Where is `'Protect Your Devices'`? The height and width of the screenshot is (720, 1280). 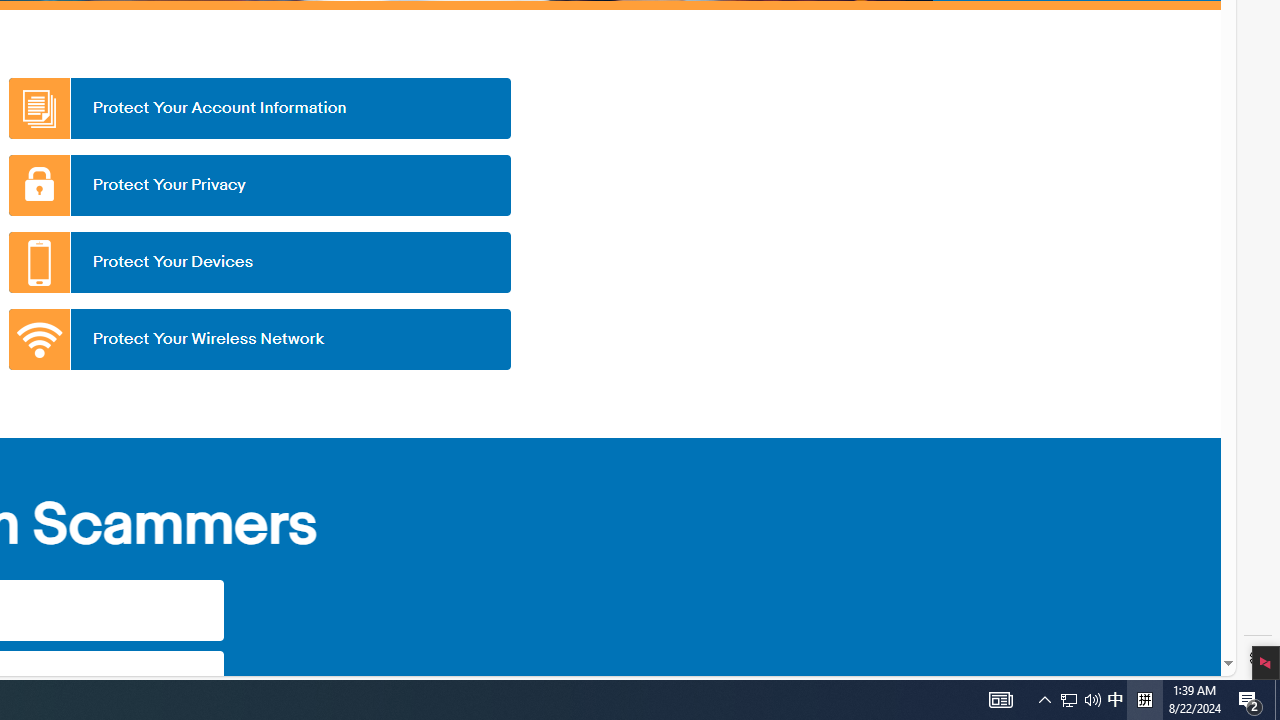 'Protect Your Devices' is located at coordinates (258, 261).